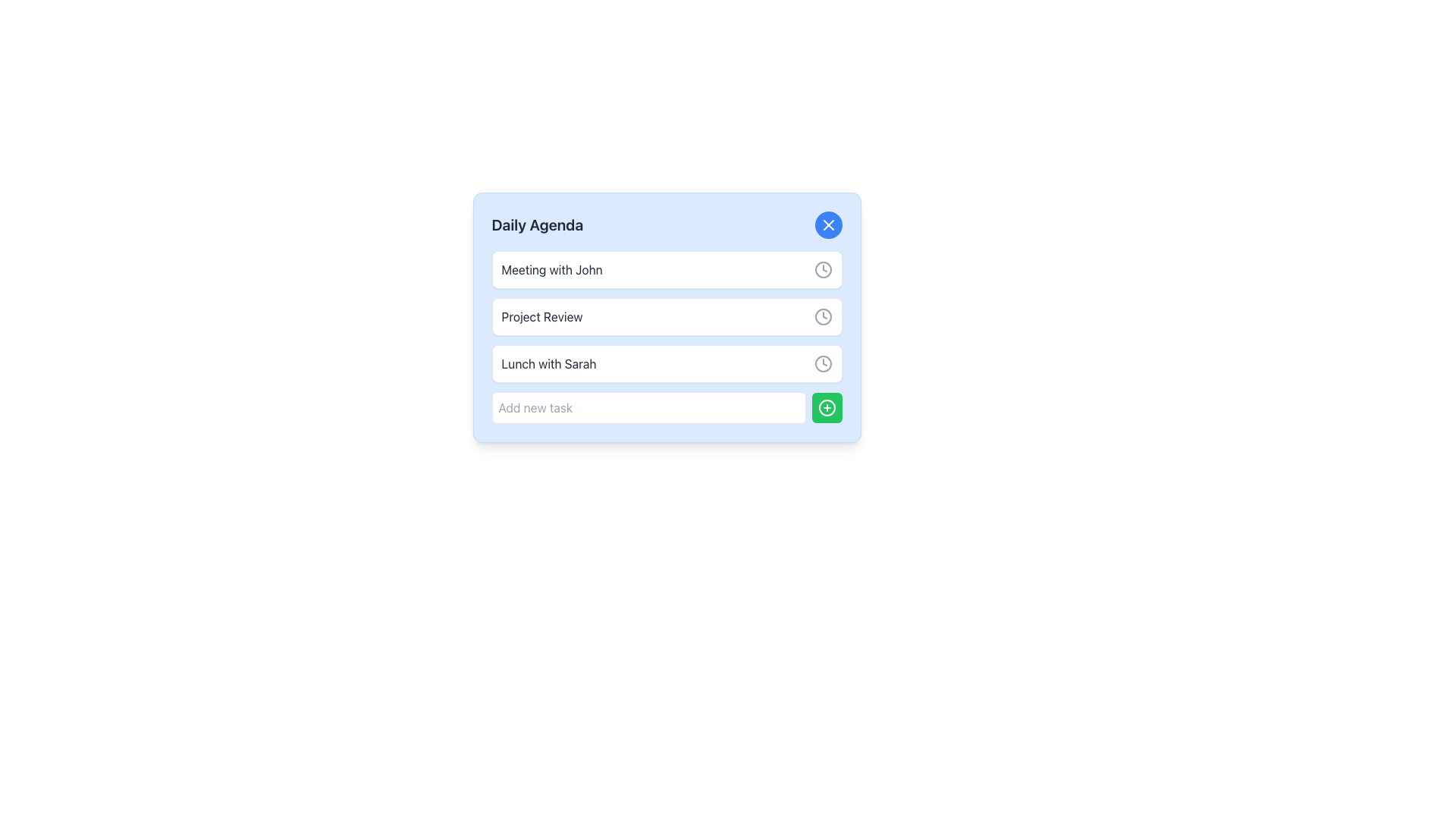 The image size is (1456, 819). Describe the element at coordinates (822, 268) in the screenshot. I see `the SVG circle element styled as part of a clock icon, located next to the 'Meeting with John' task in the light blue agenda interface` at that location.